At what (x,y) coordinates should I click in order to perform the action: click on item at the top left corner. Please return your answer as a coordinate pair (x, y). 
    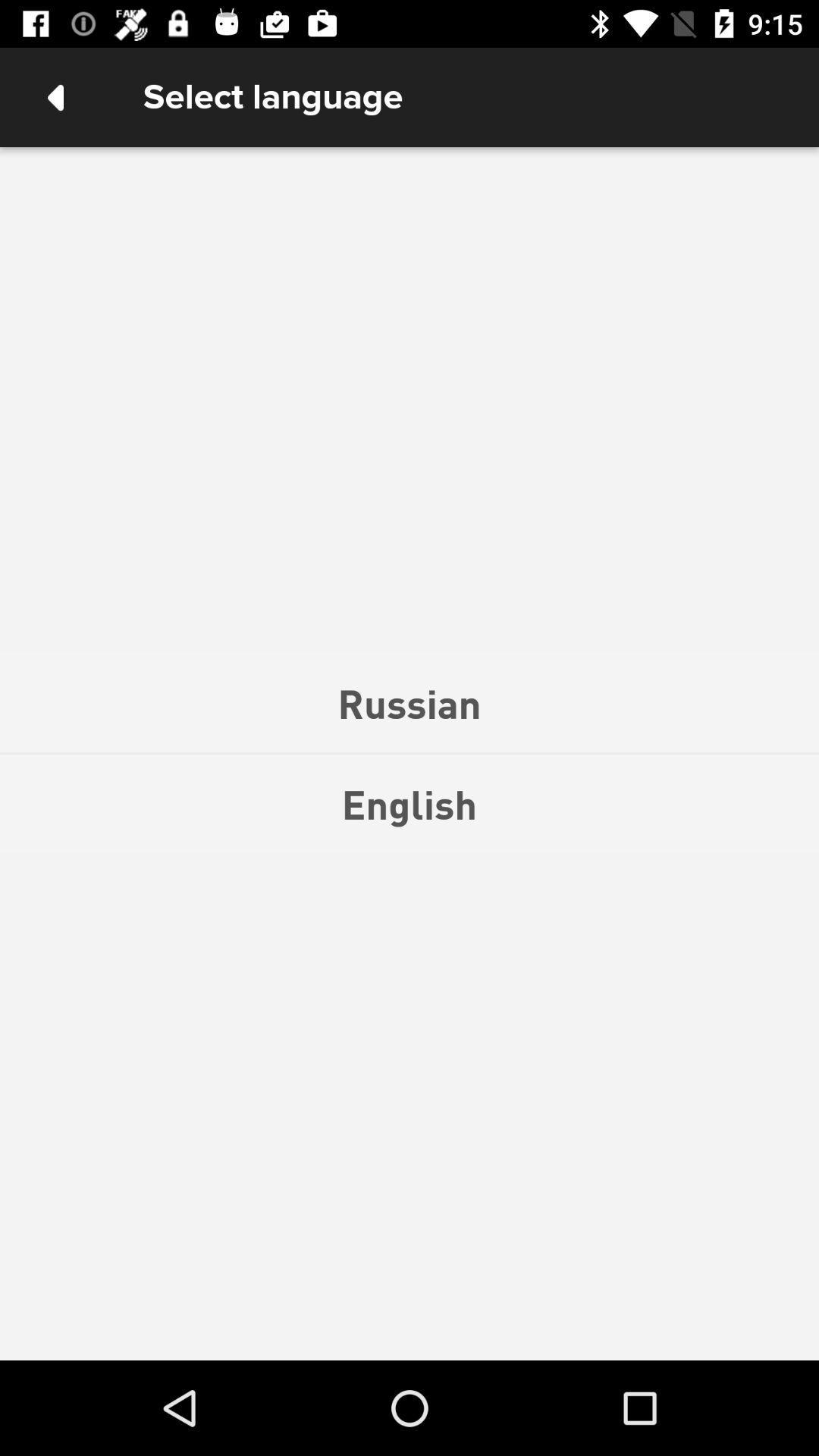
    Looking at the image, I should click on (55, 96).